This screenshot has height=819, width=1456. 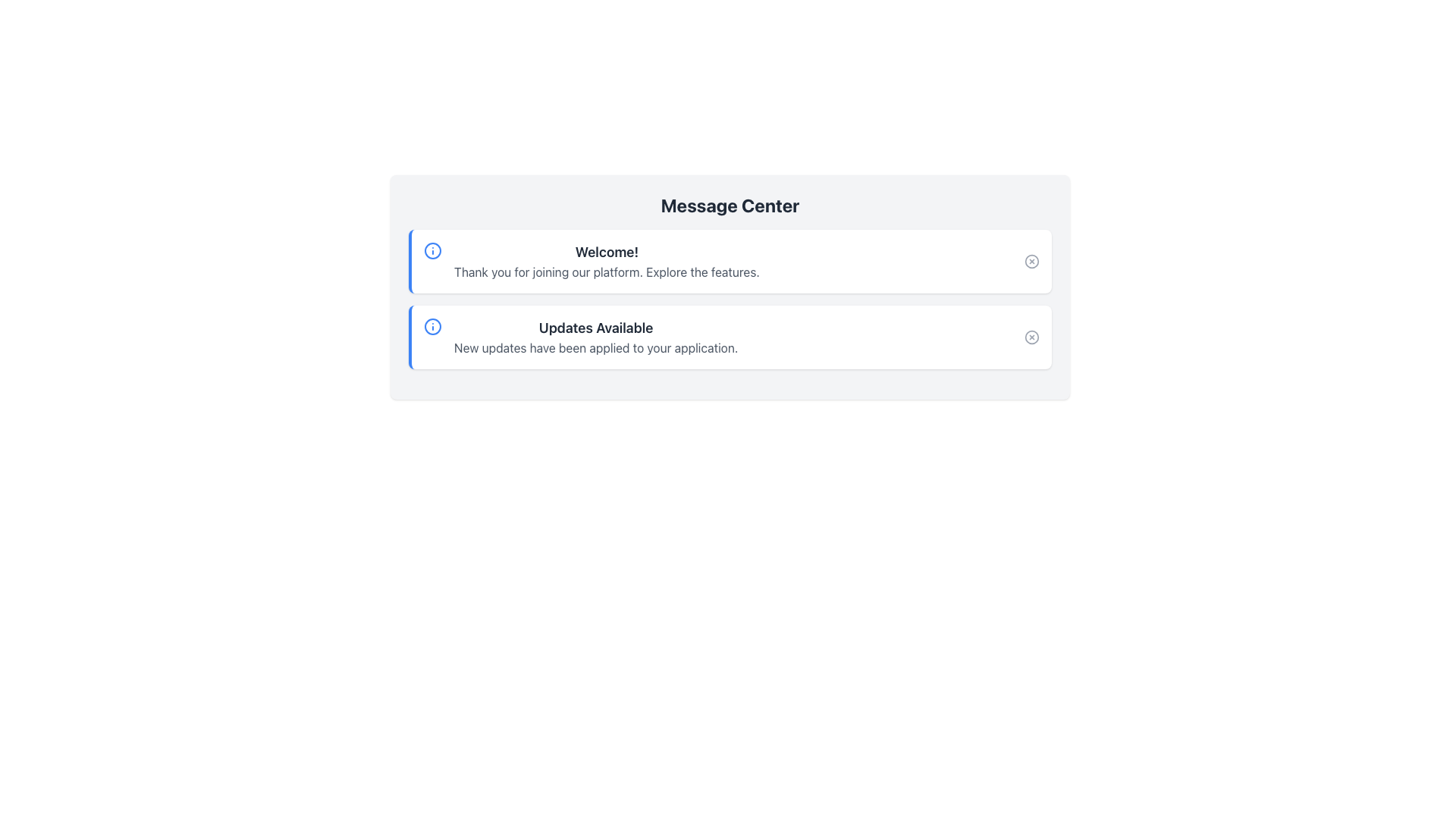 What do you see at coordinates (1031, 336) in the screenshot?
I see `the SVG circle graphic that serves as part of the close button for the message box located near the right edge of the lower message box` at bounding box center [1031, 336].